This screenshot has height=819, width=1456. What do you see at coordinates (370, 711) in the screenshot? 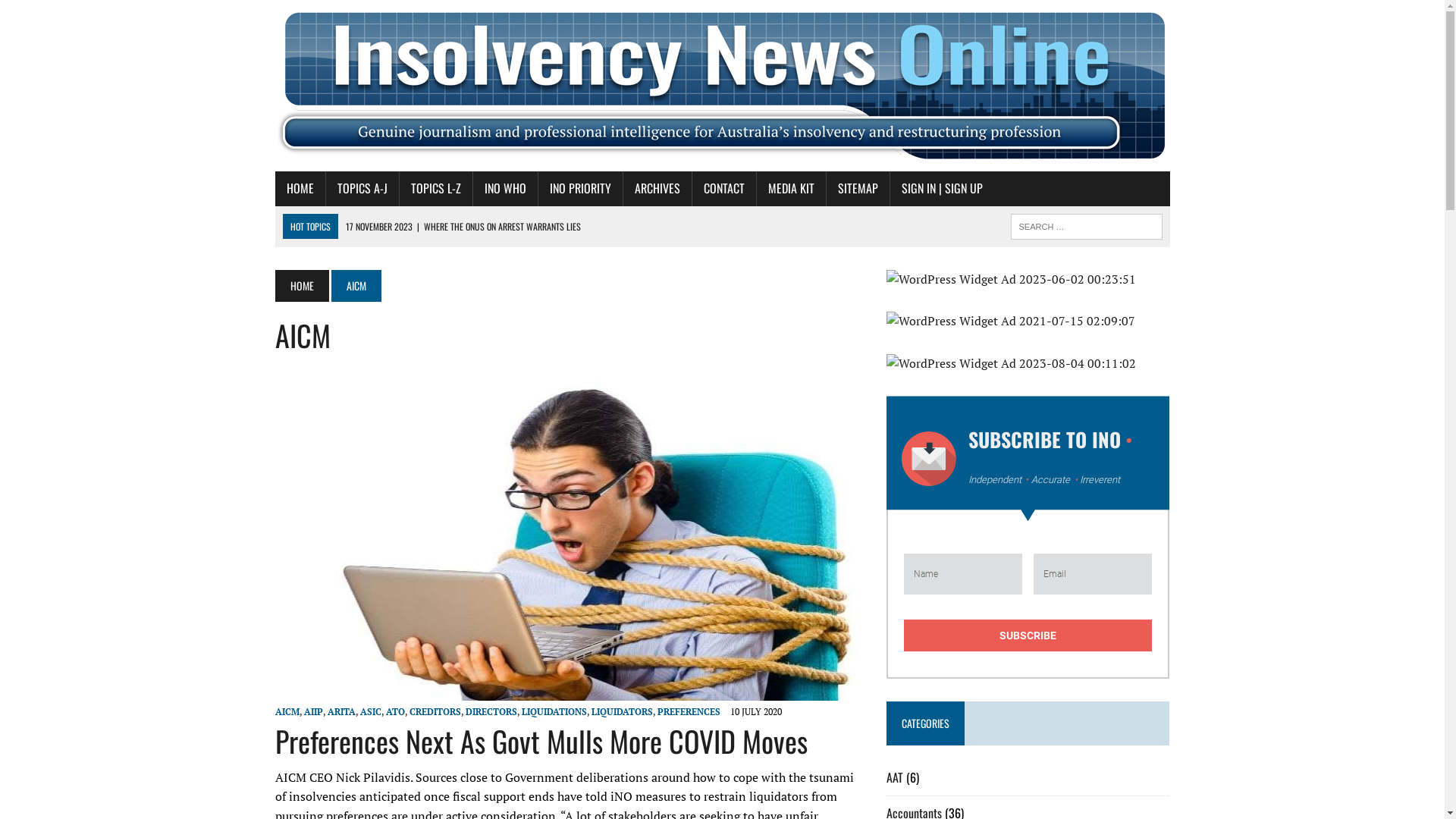
I see `'ASIC'` at bounding box center [370, 711].